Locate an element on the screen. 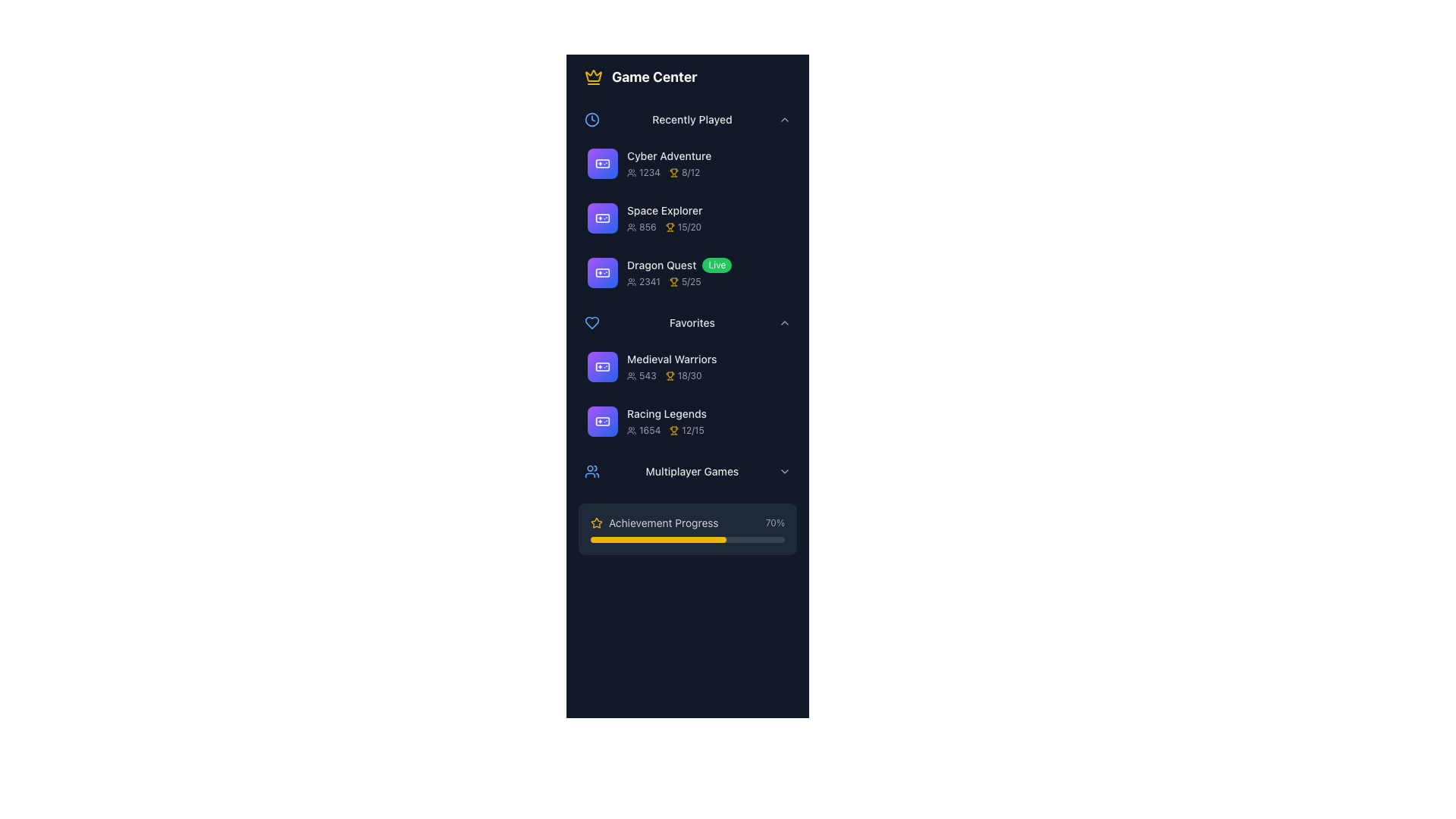 The width and height of the screenshot is (1456, 819). the static text displaying the number '856' in light gray font, which indicates the player count for 'Space Explorer' and is located in the 'Recently Played' section next to a user group icon is located at coordinates (648, 227).